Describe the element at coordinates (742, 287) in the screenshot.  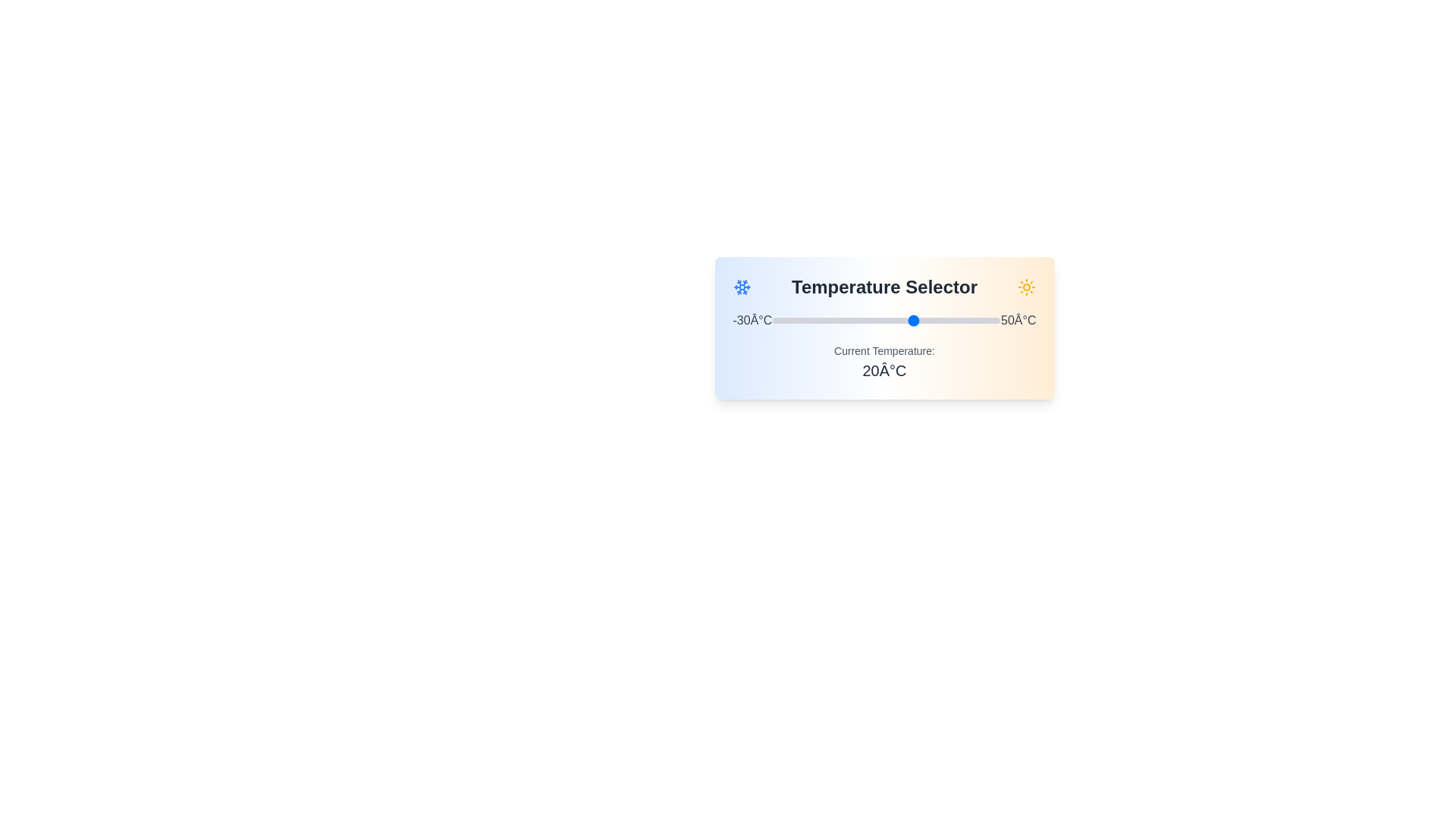
I see `the temperature icon located on the left side of the 'Temperature Selector' bar, which indicates a cooling feature` at that location.